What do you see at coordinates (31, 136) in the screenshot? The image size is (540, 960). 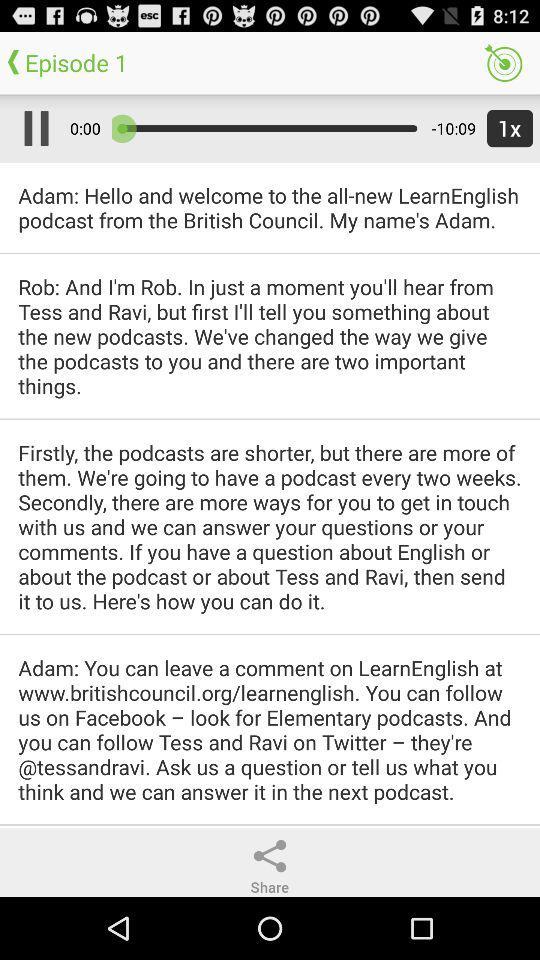 I see `the pause icon` at bounding box center [31, 136].